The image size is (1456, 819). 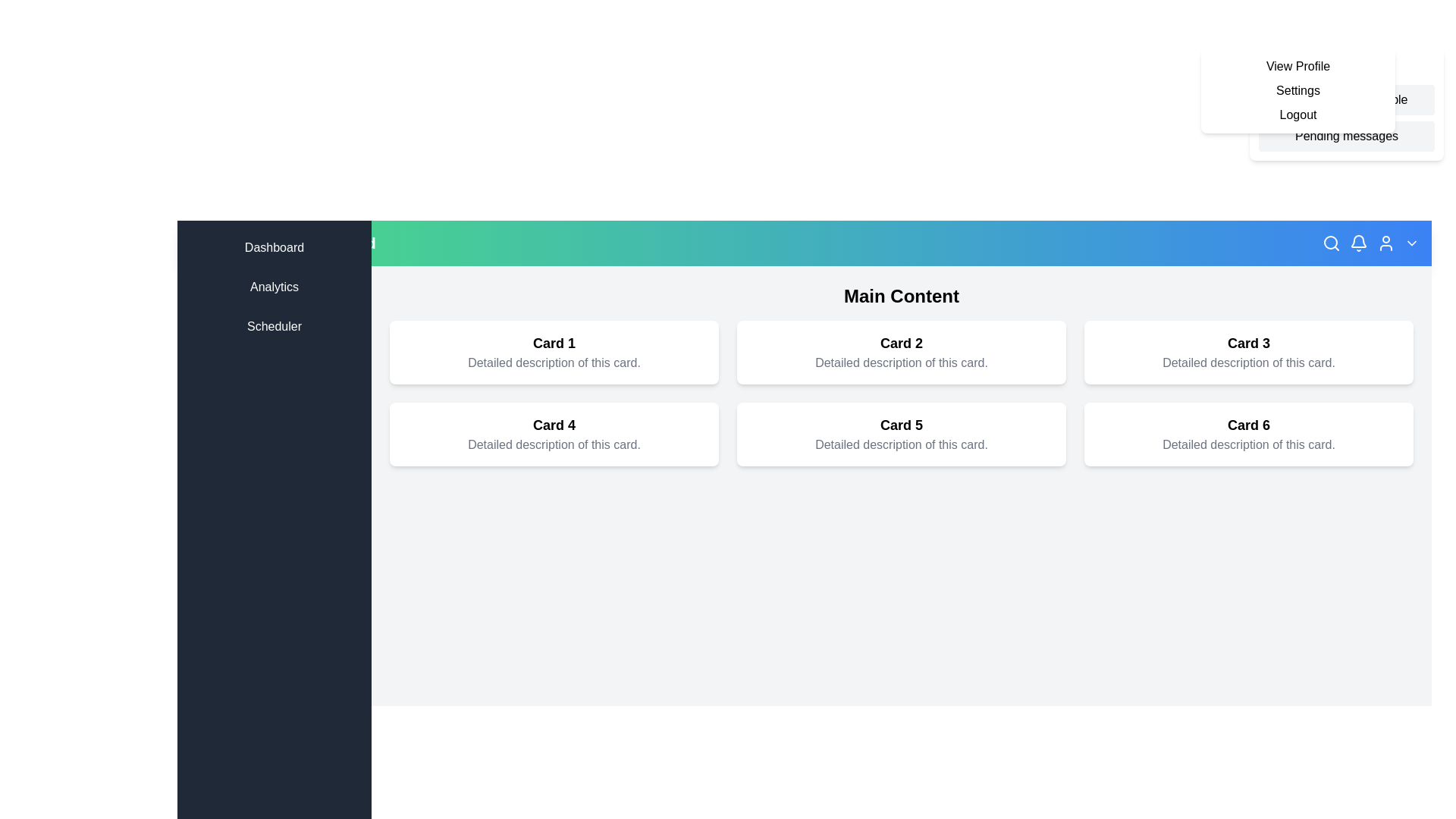 I want to click on the 'View Profile' text link, which is the first text link in a vertical column at the top-right corner of the popup menu, so click(x=1298, y=66).